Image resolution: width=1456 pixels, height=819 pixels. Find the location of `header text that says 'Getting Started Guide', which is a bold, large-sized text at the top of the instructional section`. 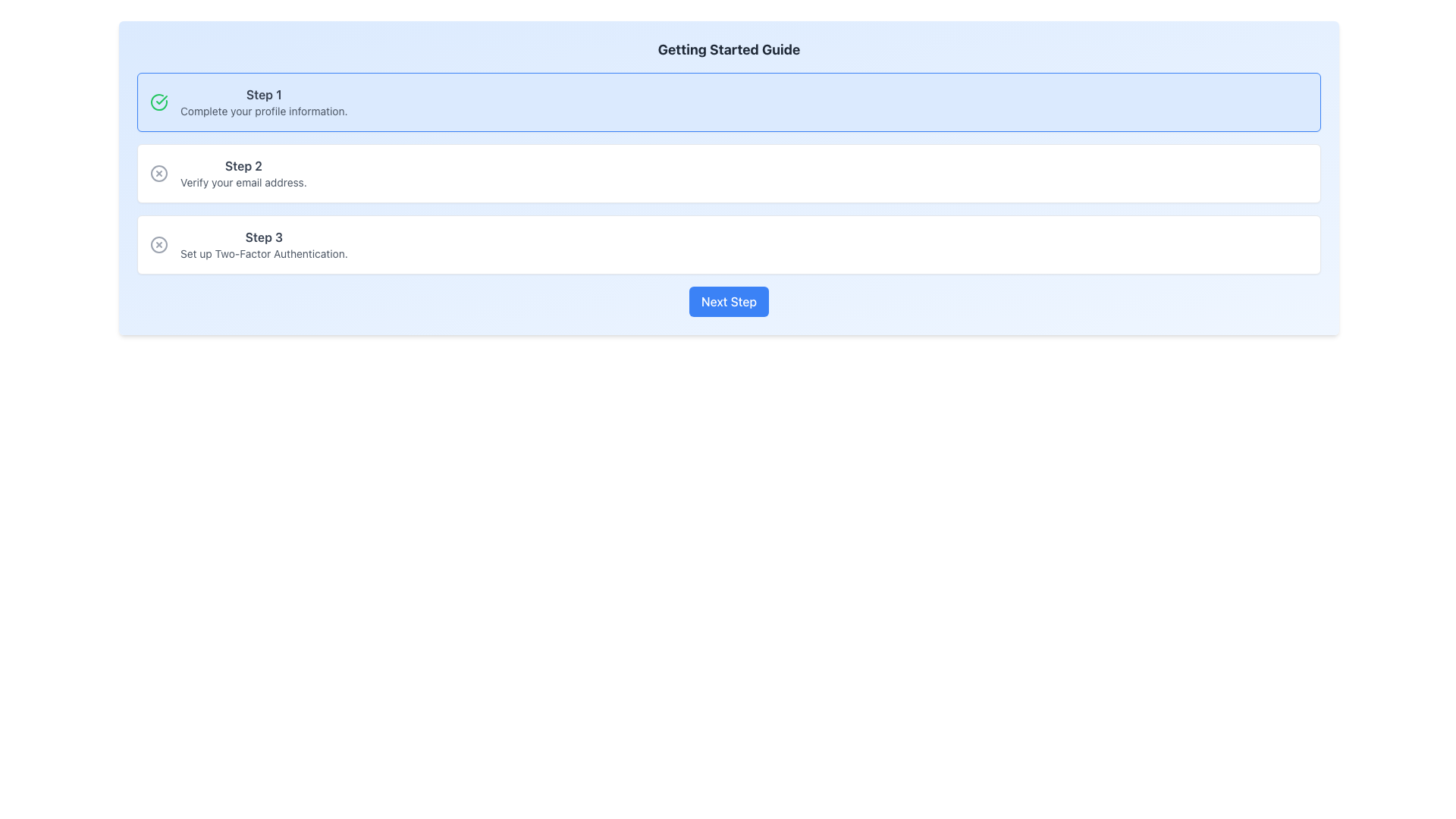

header text that says 'Getting Started Guide', which is a bold, large-sized text at the top of the instructional section is located at coordinates (729, 49).